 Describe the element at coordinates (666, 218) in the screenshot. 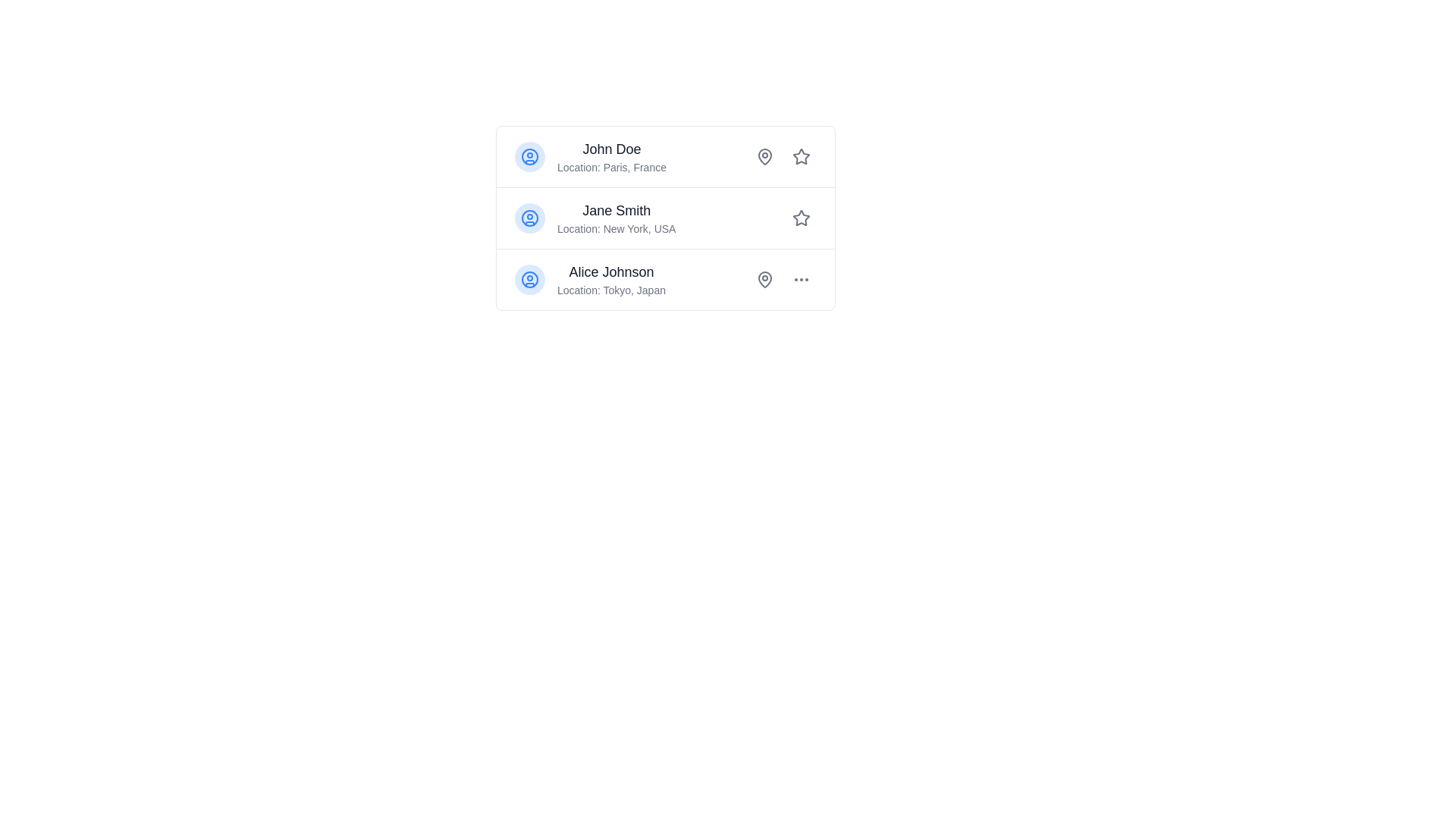

I see `the second list item containing user names and locations by moving the cursor to its center point` at that location.